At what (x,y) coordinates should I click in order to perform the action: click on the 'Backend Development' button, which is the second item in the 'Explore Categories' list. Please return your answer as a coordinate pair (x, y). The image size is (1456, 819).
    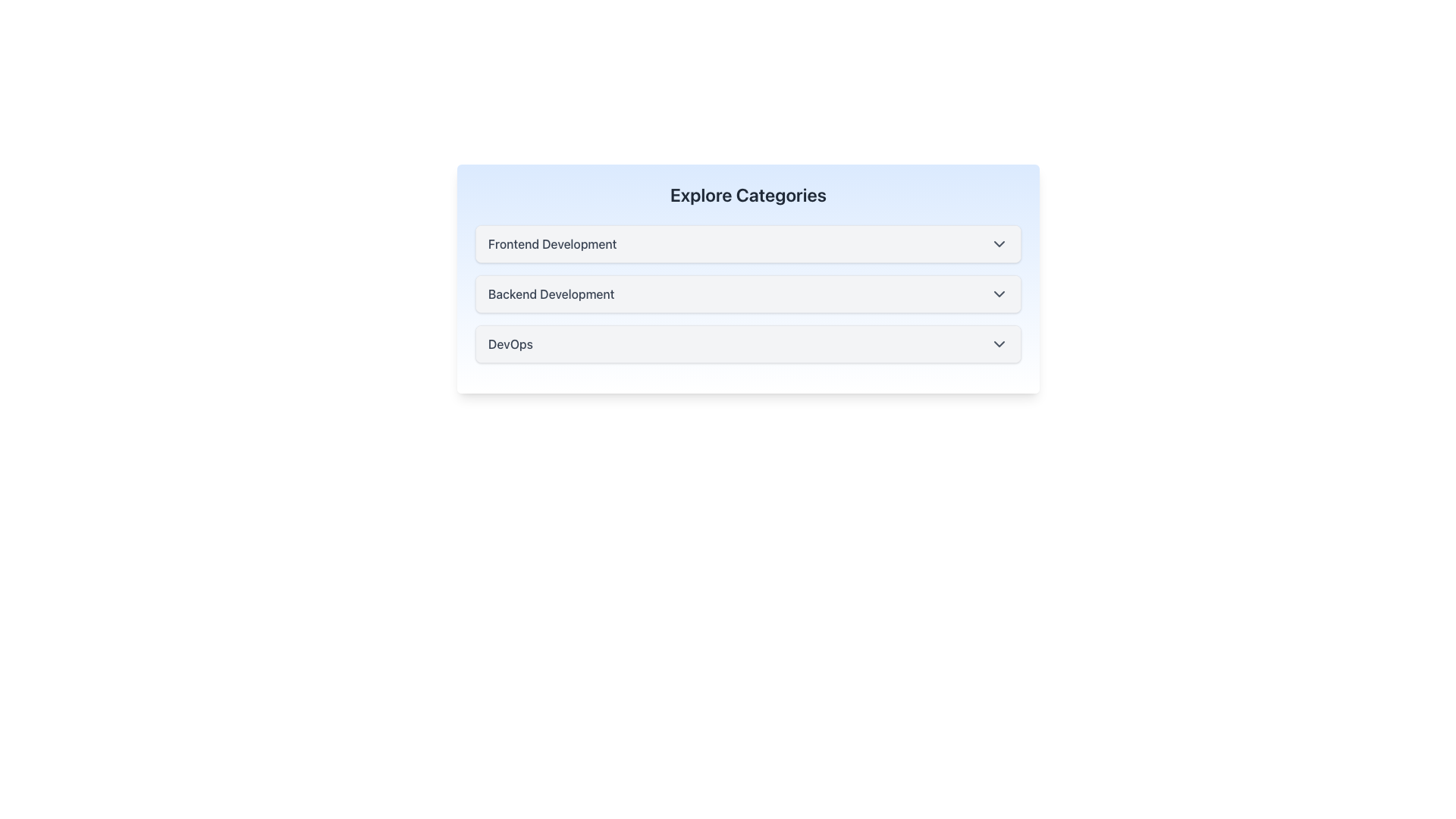
    Looking at the image, I should click on (748, 294).